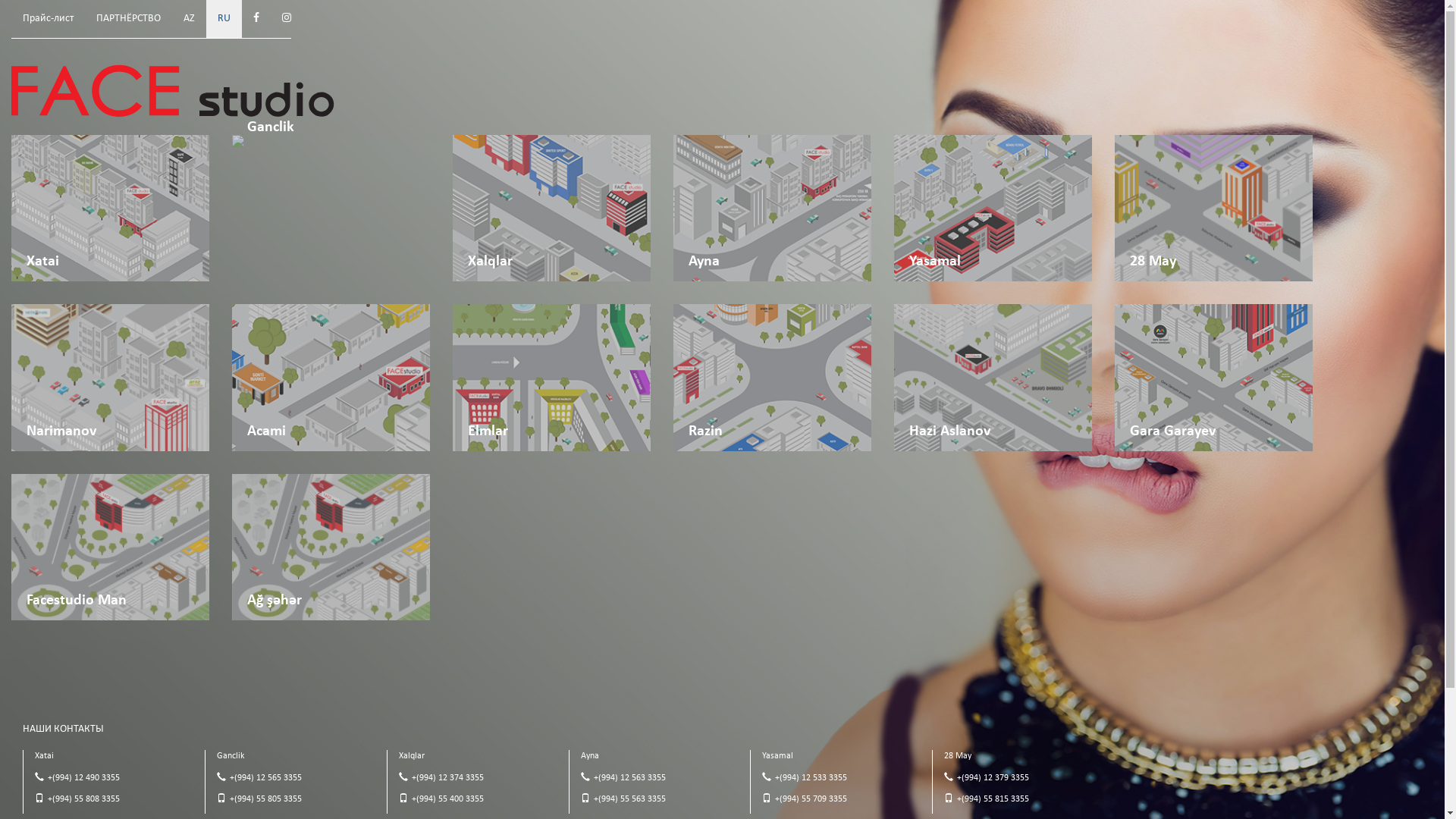 This screenshot has height=819, width=1456. What do you see at coordinates (629, 778) in the screenshot?
I see `'+(994) 12 563 3355'` at bounding box center [629, 778].